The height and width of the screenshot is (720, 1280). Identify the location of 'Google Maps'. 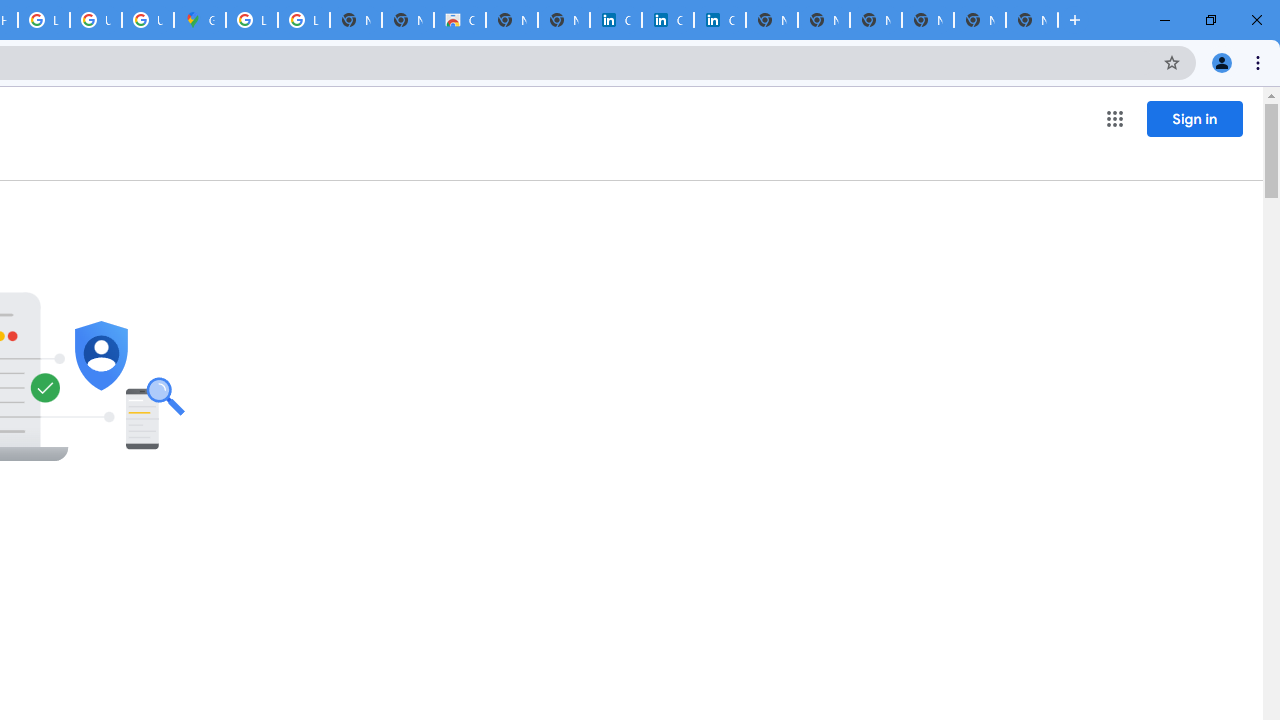
(200, 20).